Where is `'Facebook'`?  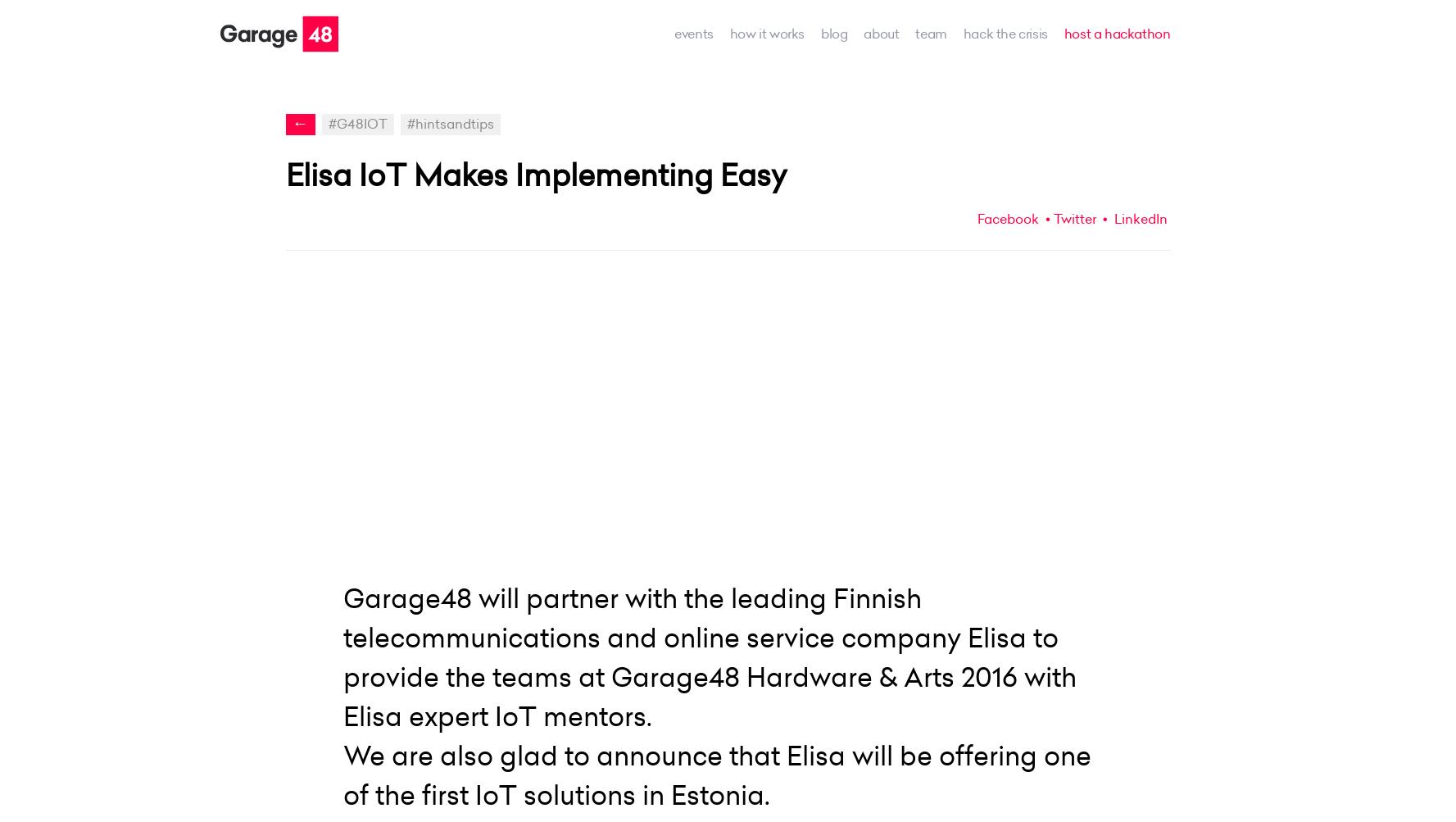 'Facebook' is located at coordinates (1008, 217).